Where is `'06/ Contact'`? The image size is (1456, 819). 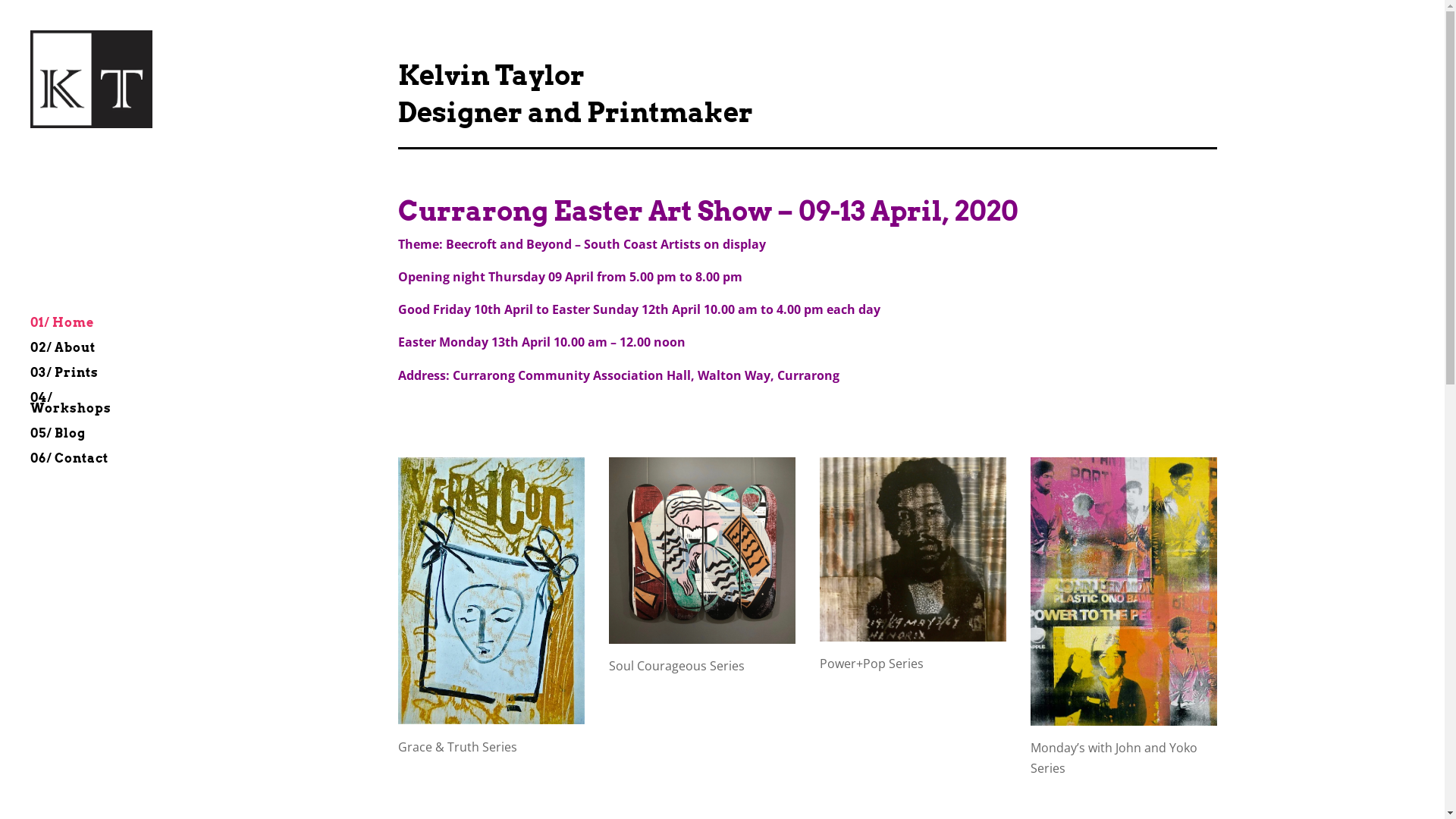
'06/ Contact' is located at coordinates (97, 465).